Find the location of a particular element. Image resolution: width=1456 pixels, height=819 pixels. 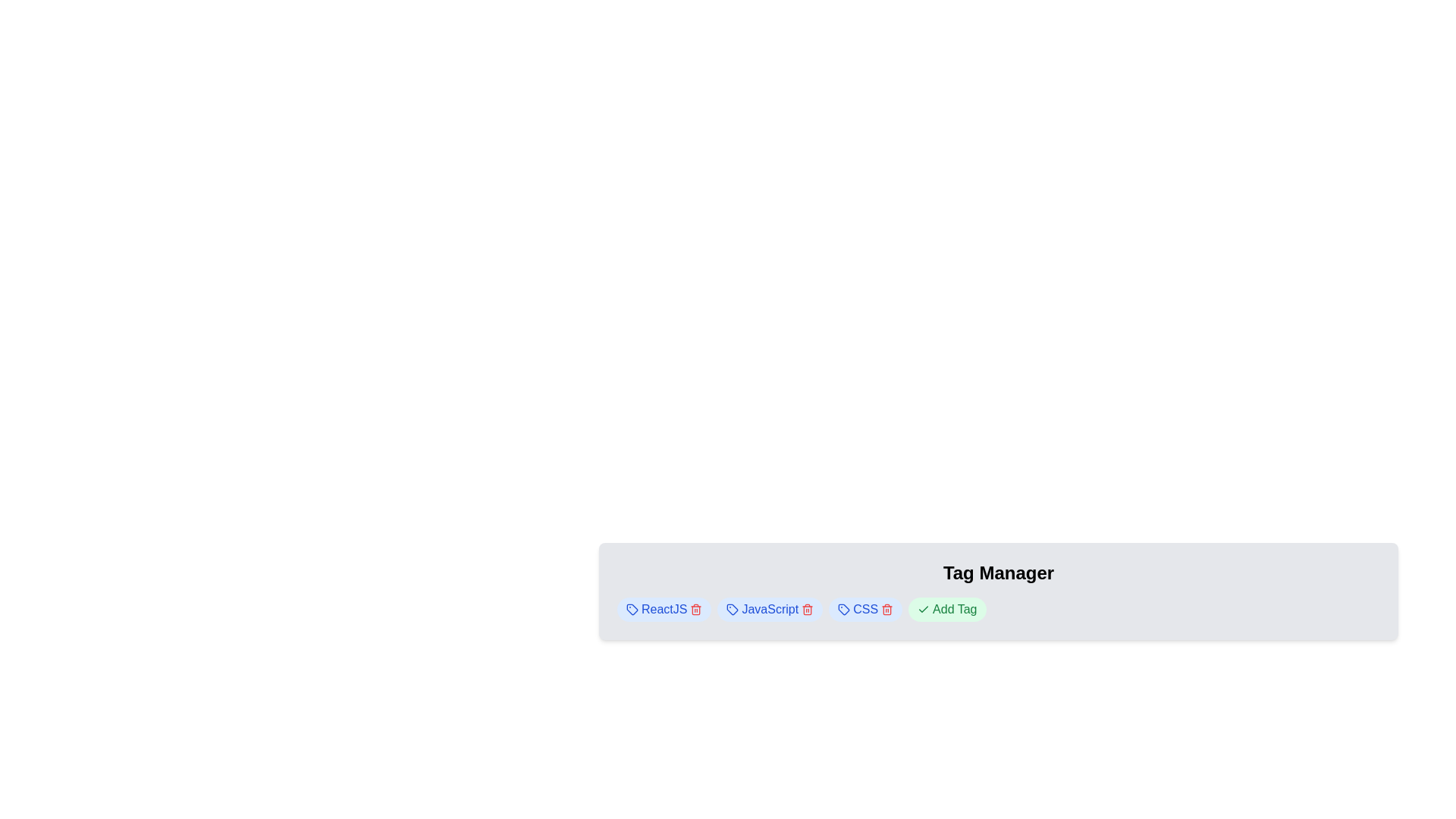

on the 'ReactJS' tag element, which is styled with a blue font and a light blue rounded background is located at coordinates (664, 608).